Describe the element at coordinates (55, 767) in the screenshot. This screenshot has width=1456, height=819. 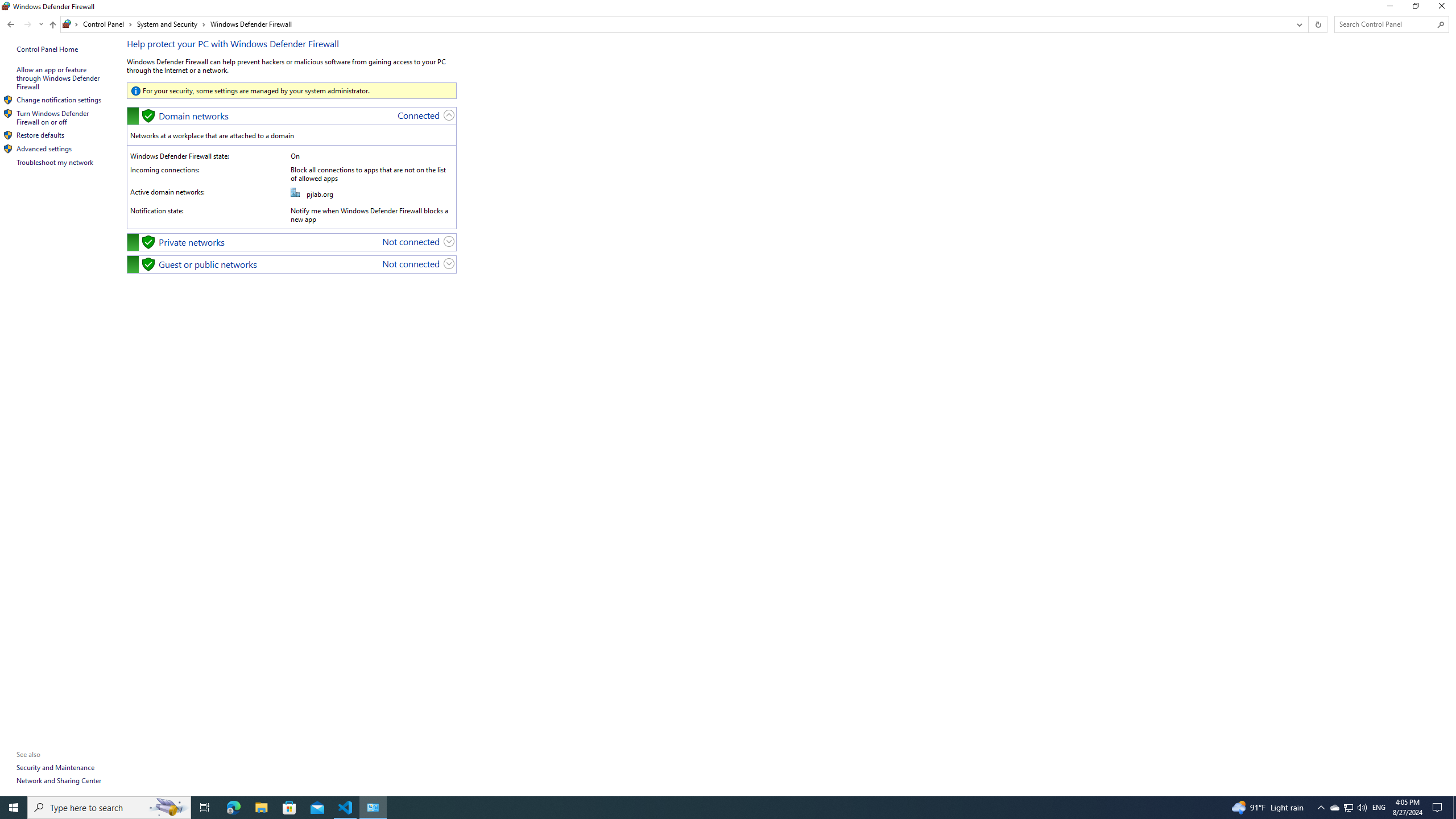
I see `'Security and Maintenance'` at that location.